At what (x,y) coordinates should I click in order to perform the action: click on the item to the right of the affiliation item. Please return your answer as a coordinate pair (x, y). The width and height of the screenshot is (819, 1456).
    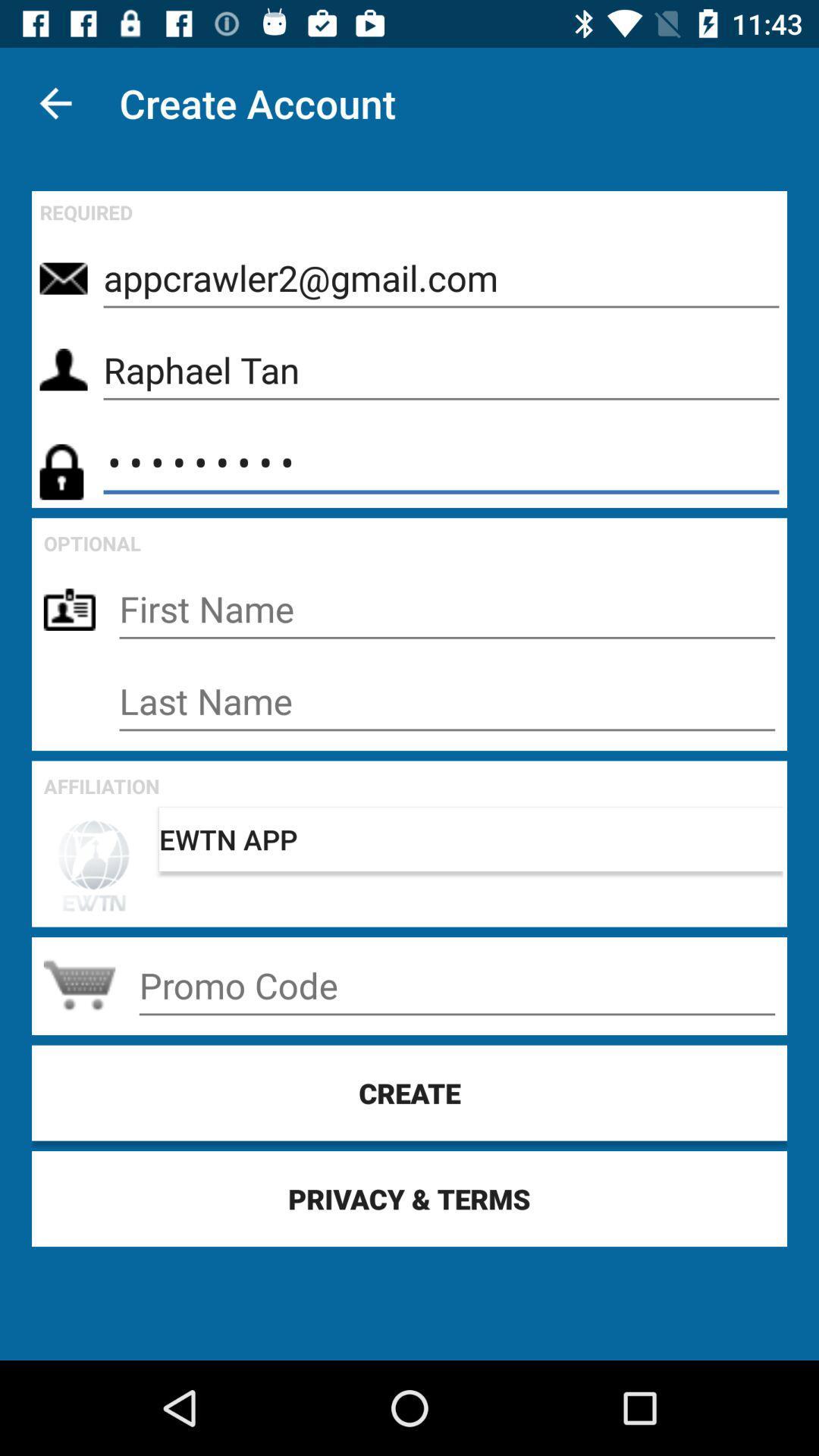
    Looking at the image, I should click on (470, 839).